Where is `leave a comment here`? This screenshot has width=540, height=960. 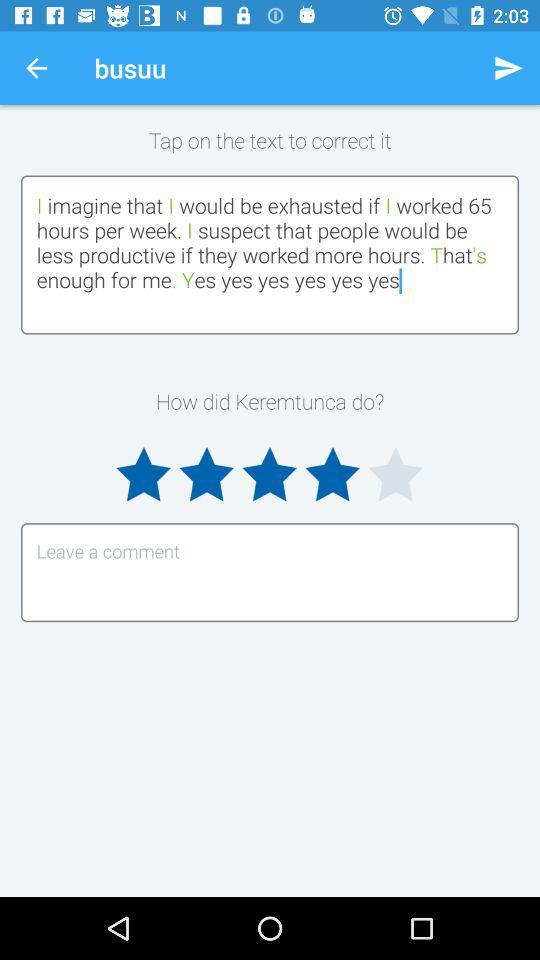
leave a comment here is located at coordinates (270, 572).